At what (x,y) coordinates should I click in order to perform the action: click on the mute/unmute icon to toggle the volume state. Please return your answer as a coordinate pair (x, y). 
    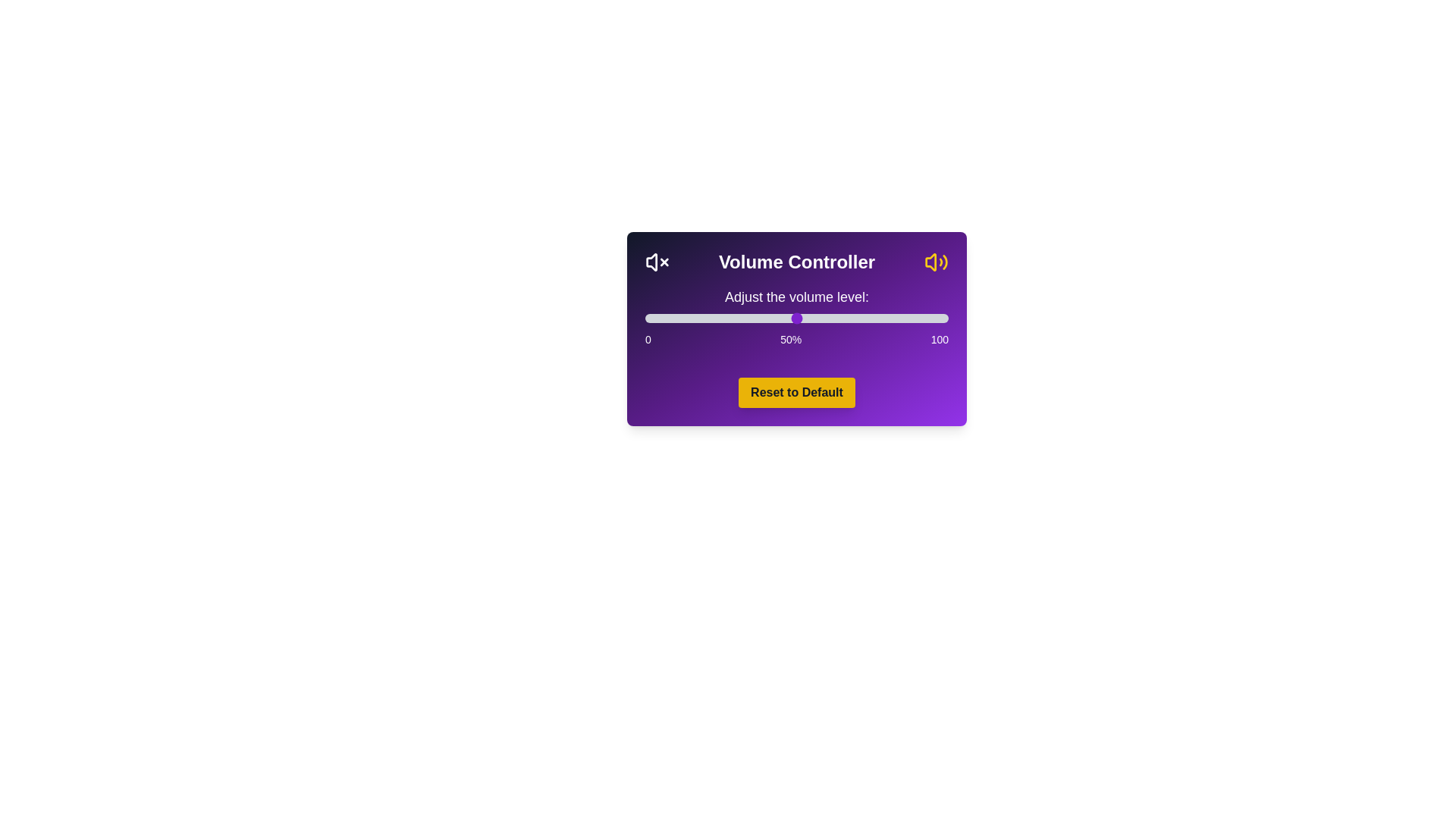
    Looking at the image, I should click on (657, 262).